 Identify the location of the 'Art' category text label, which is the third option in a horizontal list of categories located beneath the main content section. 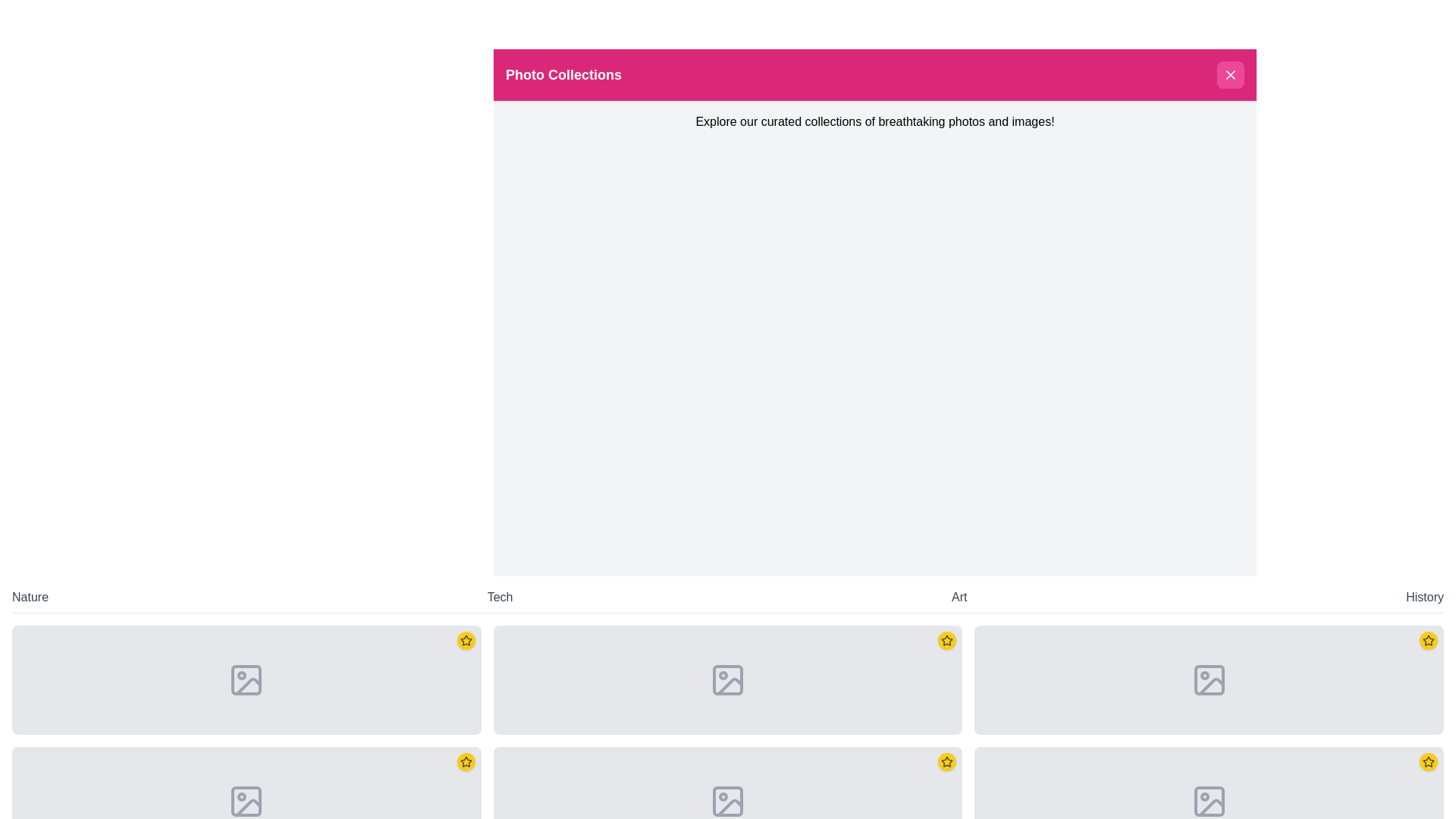
(959, 596).